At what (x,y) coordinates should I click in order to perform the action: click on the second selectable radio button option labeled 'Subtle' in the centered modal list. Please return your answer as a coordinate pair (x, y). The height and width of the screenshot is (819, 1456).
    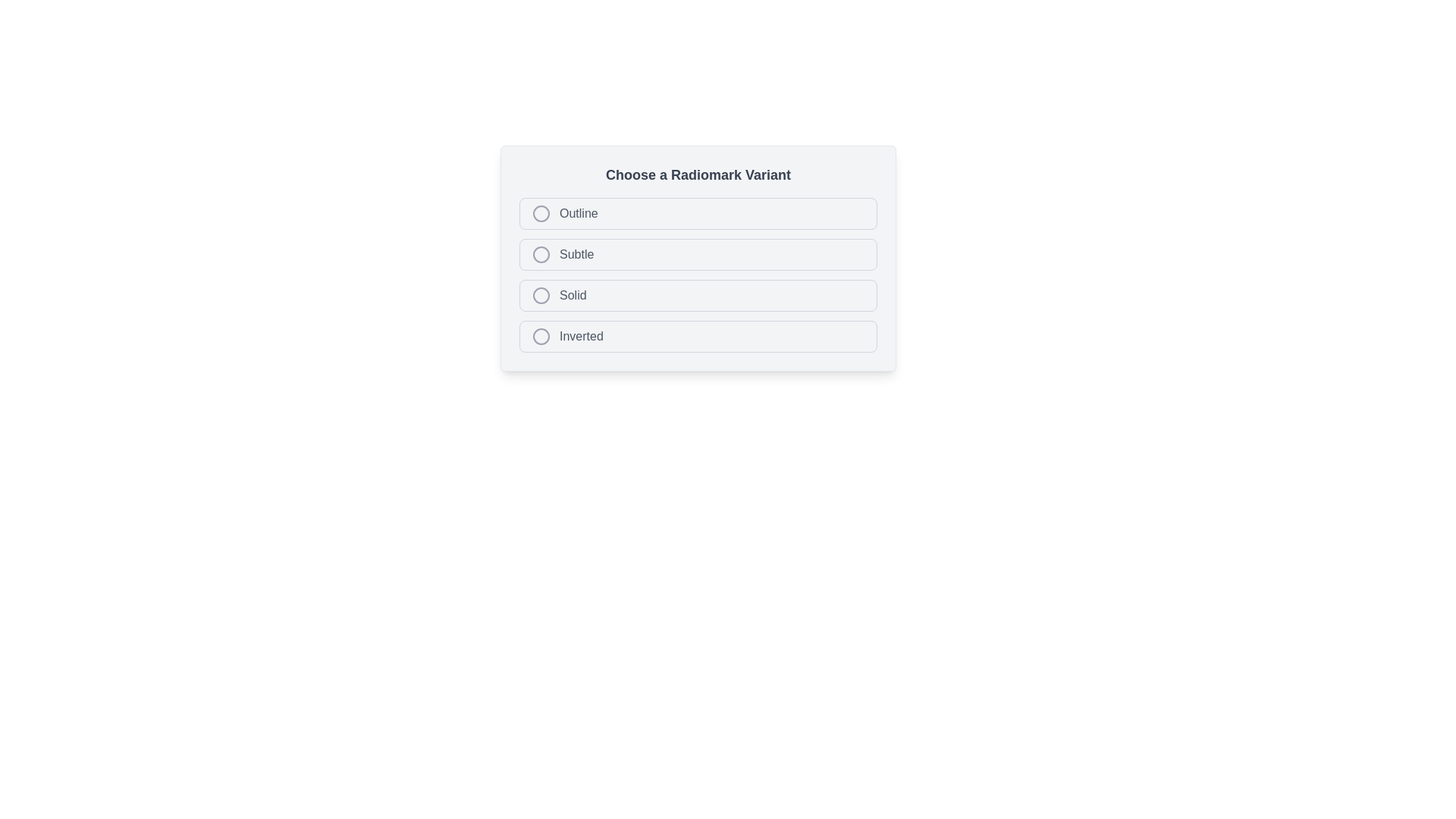
    Looking at the image, I should click on (698, 257).